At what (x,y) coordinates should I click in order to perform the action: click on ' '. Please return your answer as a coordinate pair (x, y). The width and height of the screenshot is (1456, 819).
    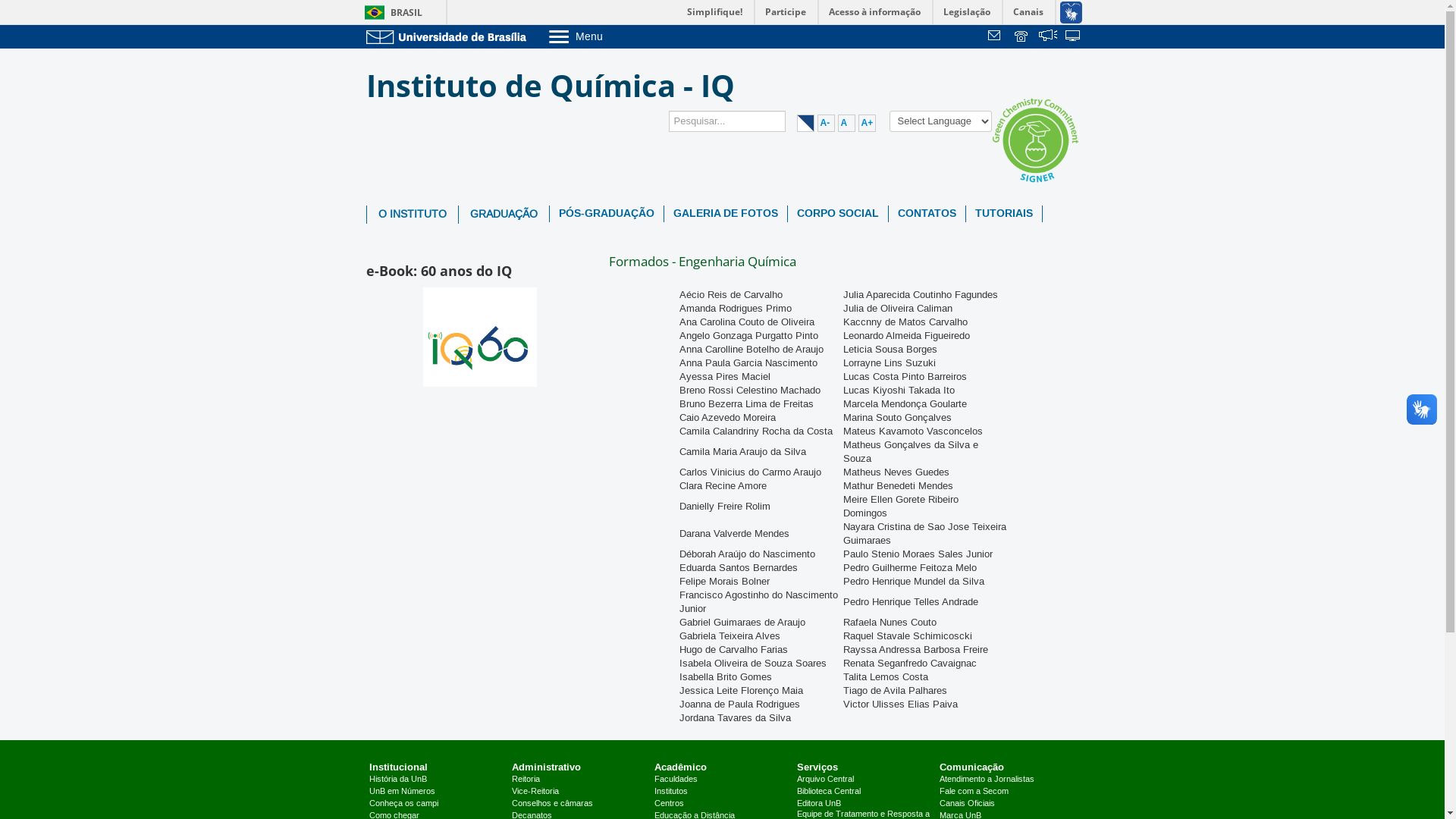
    Looking at the image, I should click on (1022, 36).